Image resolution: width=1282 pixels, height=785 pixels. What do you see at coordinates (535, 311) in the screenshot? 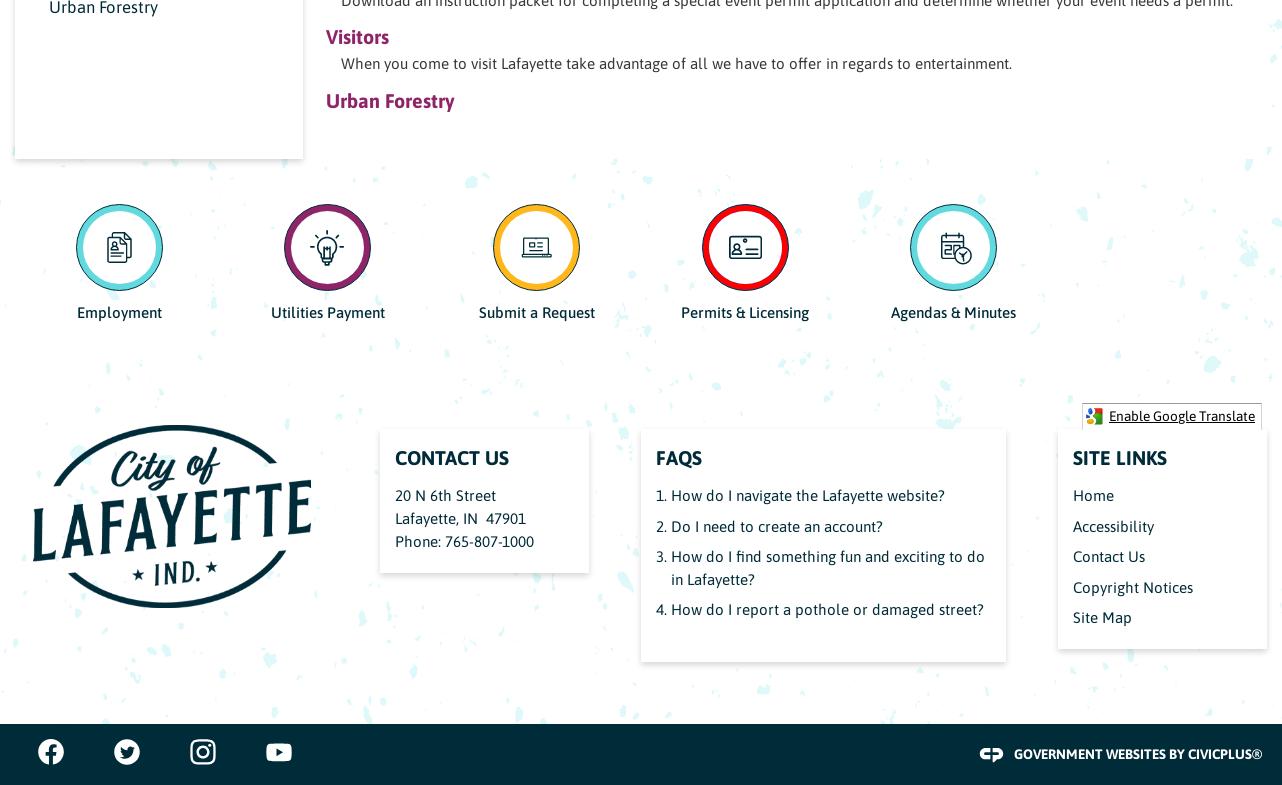
I see `'Submit a Request'` at bounding box center [535, 311].